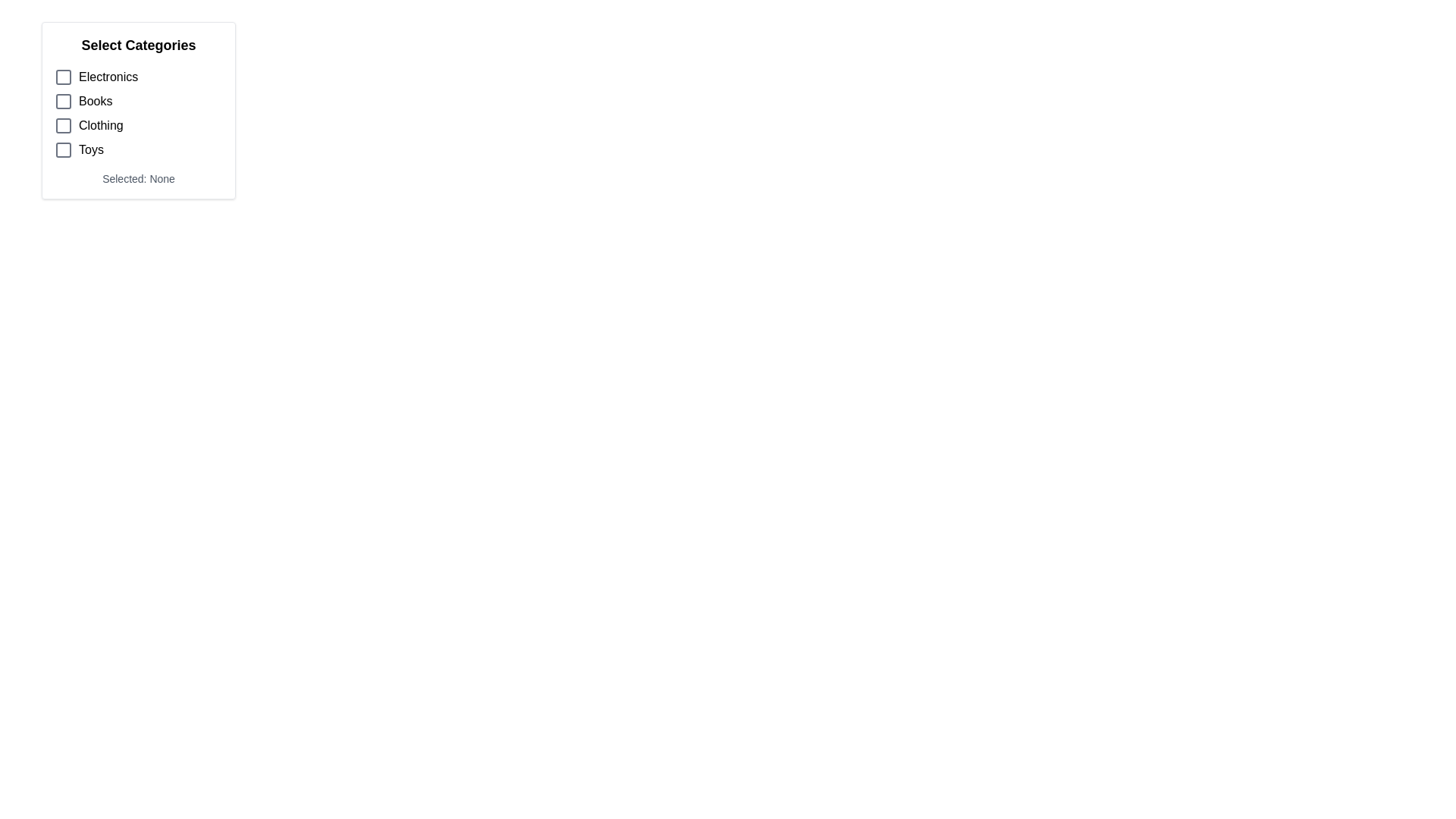 The width and height of the screenshot is (1456, 819). I want to click on the checkbox for the 'Toys' category located in the fourth row under 'Select Categories', so click(62, 149).